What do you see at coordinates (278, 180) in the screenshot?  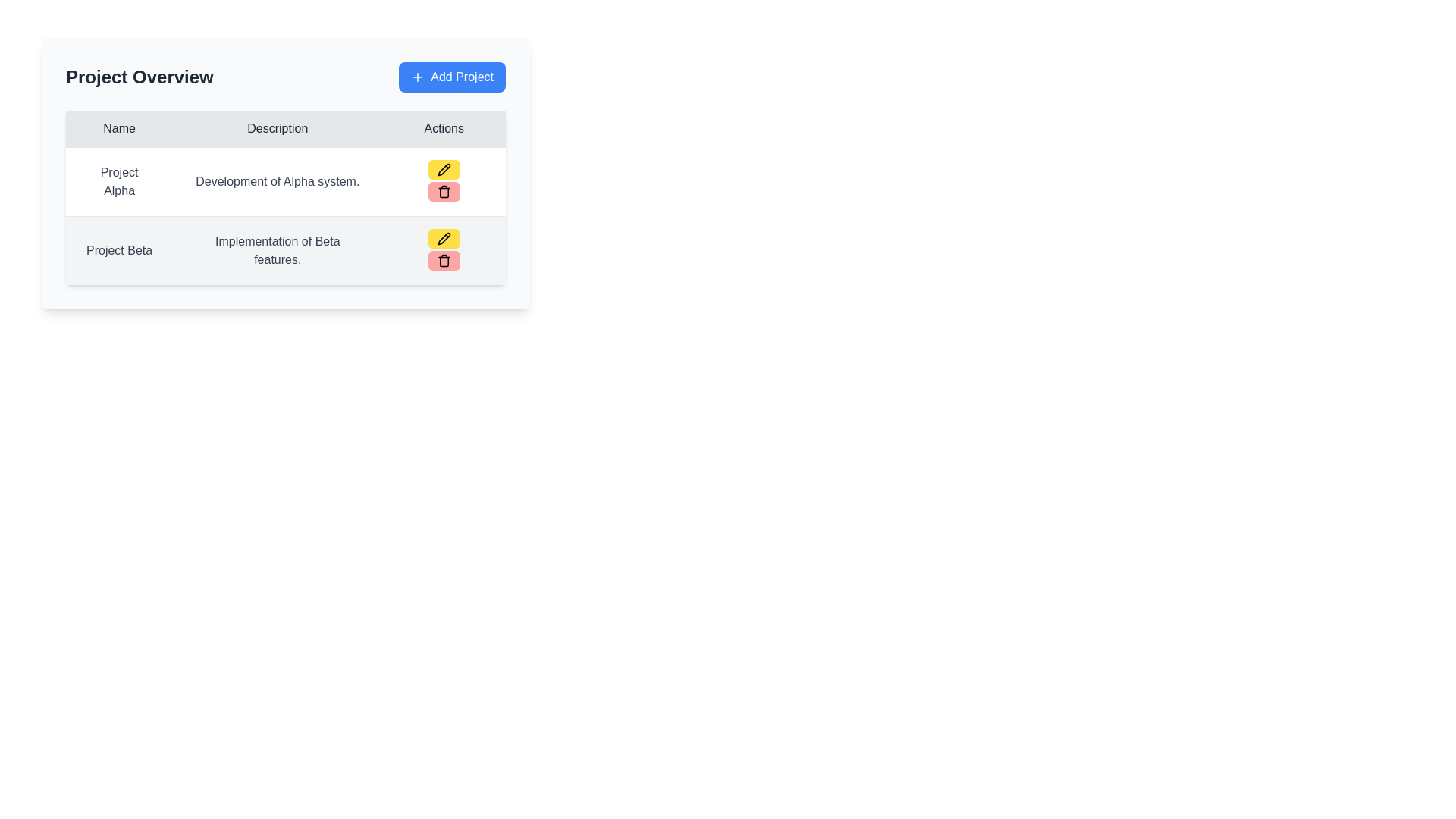 I see `the text label displaying 'Development of Alpha system.' which is styled in gray font and located in the first row of the project information table under the 'Description' column` at bounding box center [278, 180].